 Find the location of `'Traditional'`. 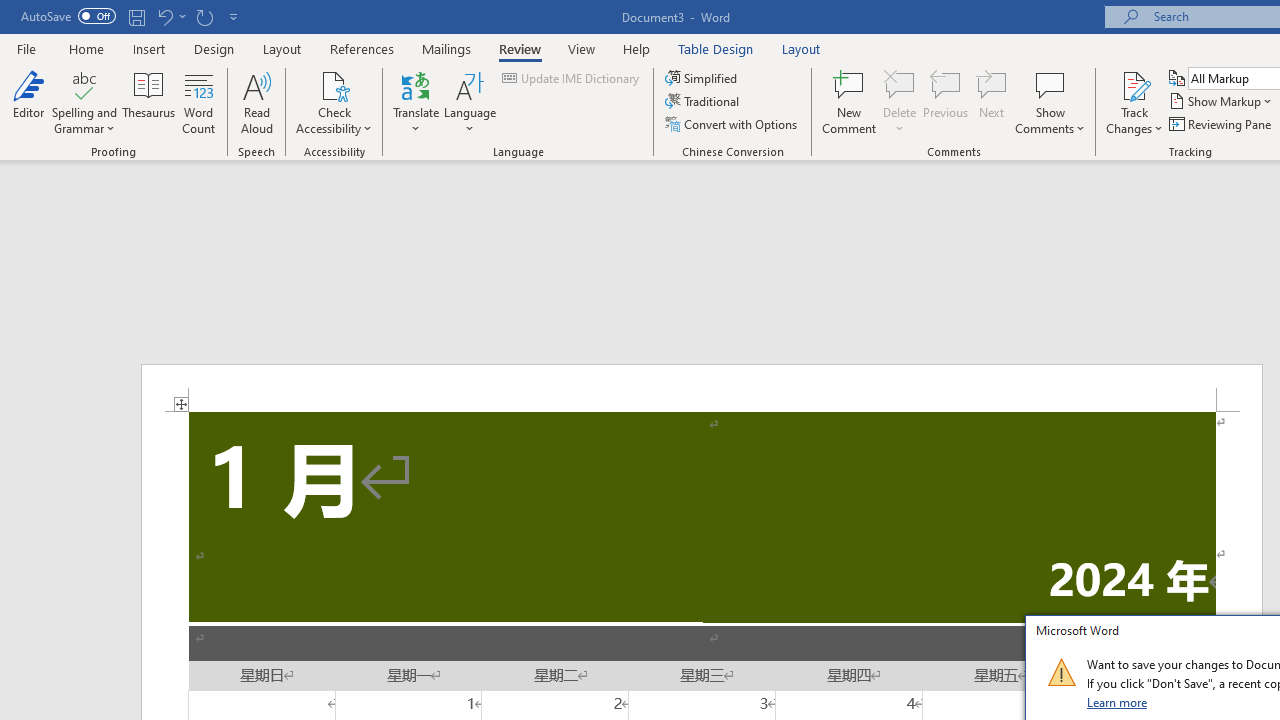

'Traditional' is located at coordinates (704, 101).